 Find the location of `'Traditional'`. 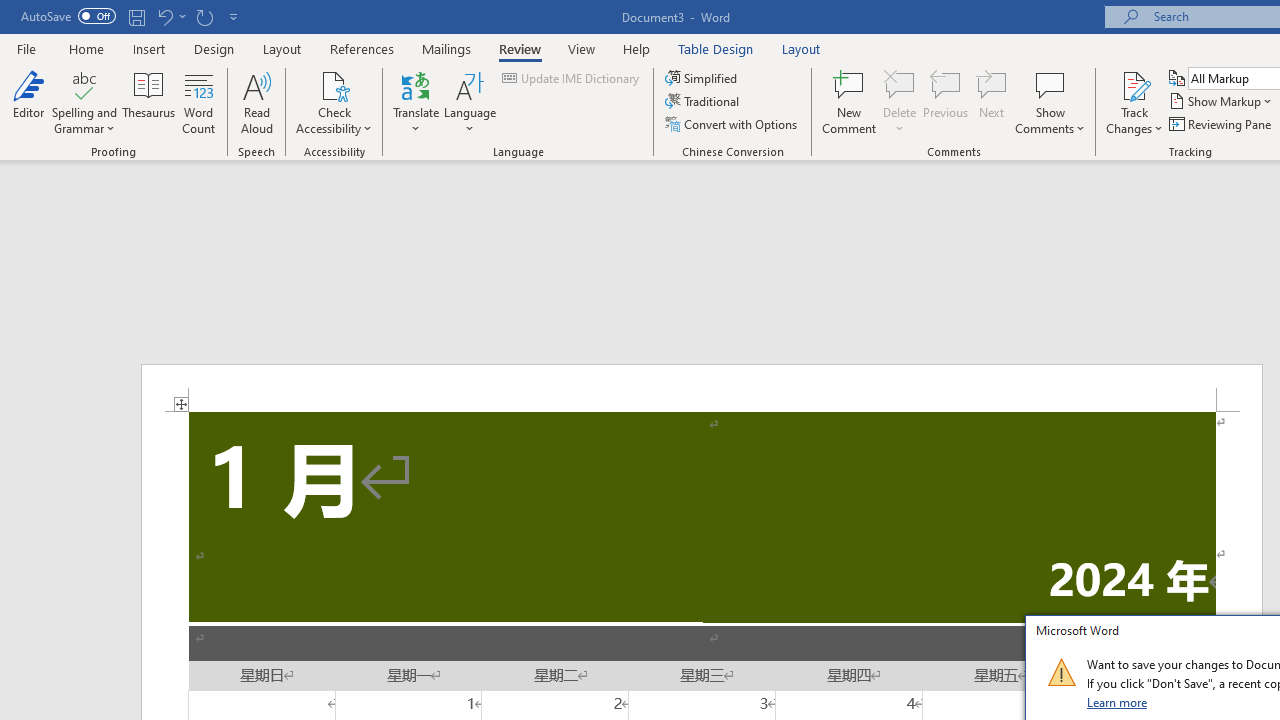

'Traditional' is located at coordinates (704, 101).